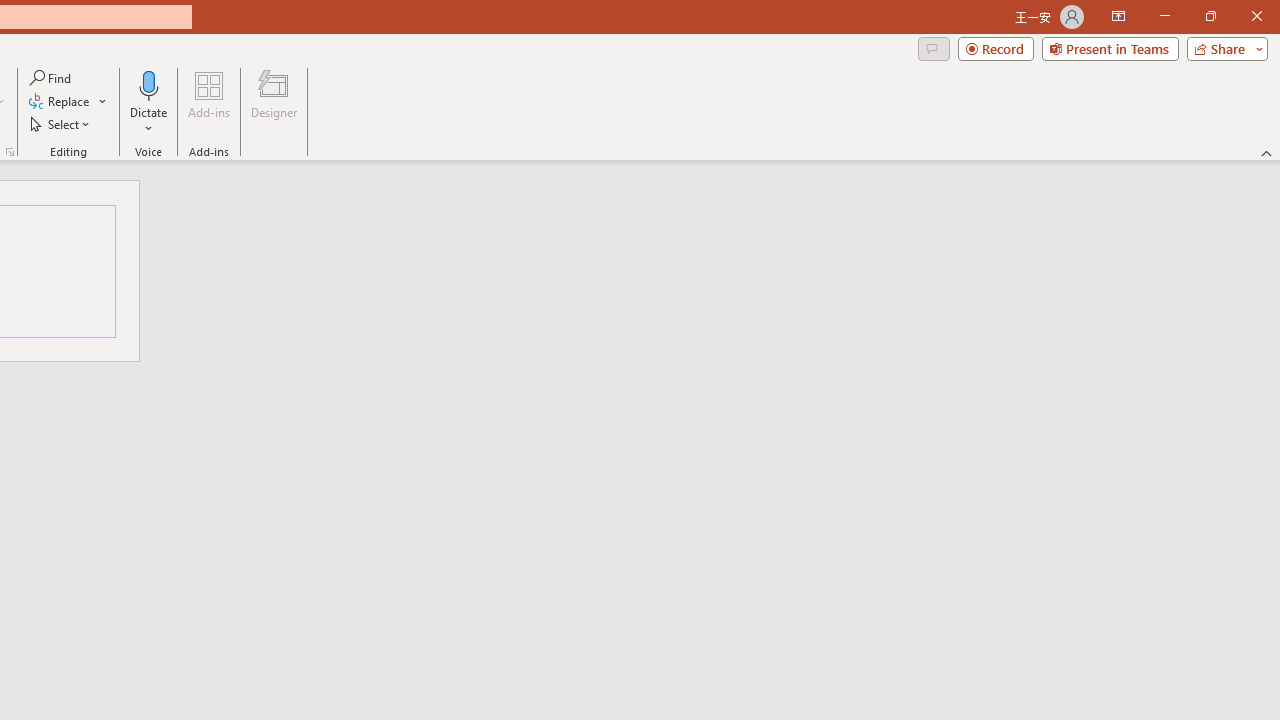 Image resolution: width=1280 pixels, height=720 pixels. I want to click on 'Close', so click(1255, 16).